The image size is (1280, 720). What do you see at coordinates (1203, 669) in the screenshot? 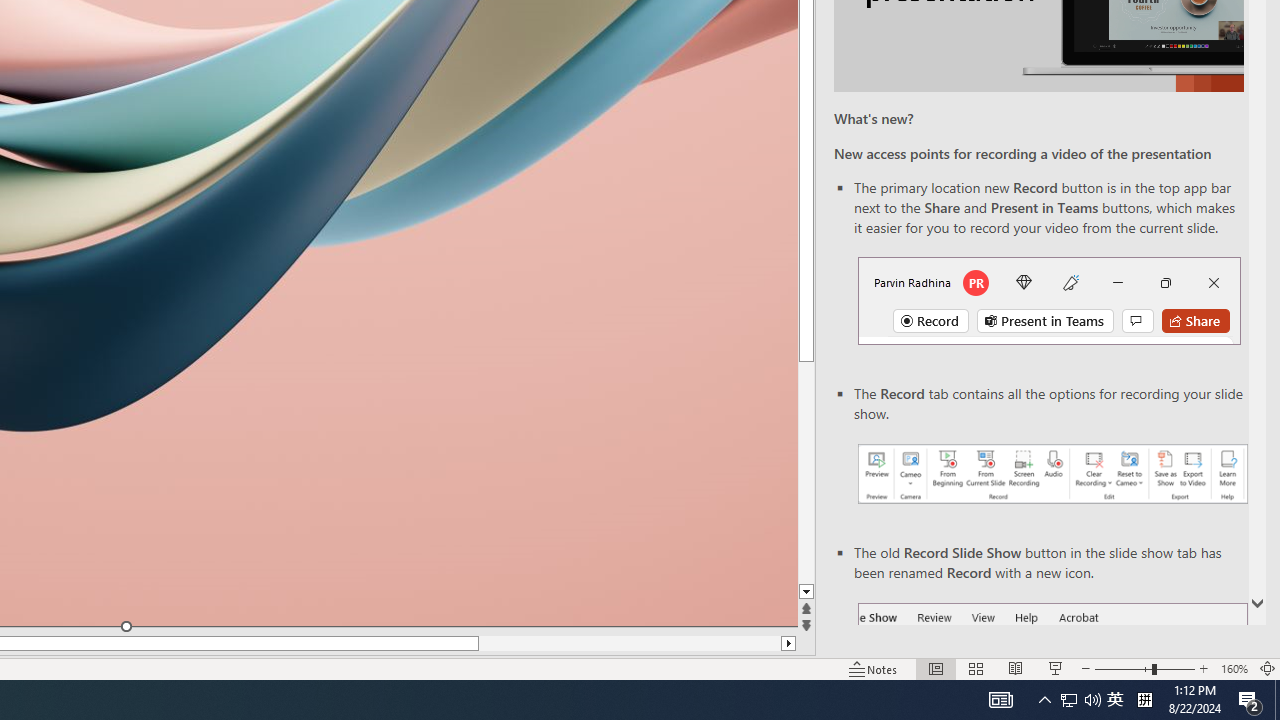
I see `'Zoom In'` at bounding box center [1203, 669].